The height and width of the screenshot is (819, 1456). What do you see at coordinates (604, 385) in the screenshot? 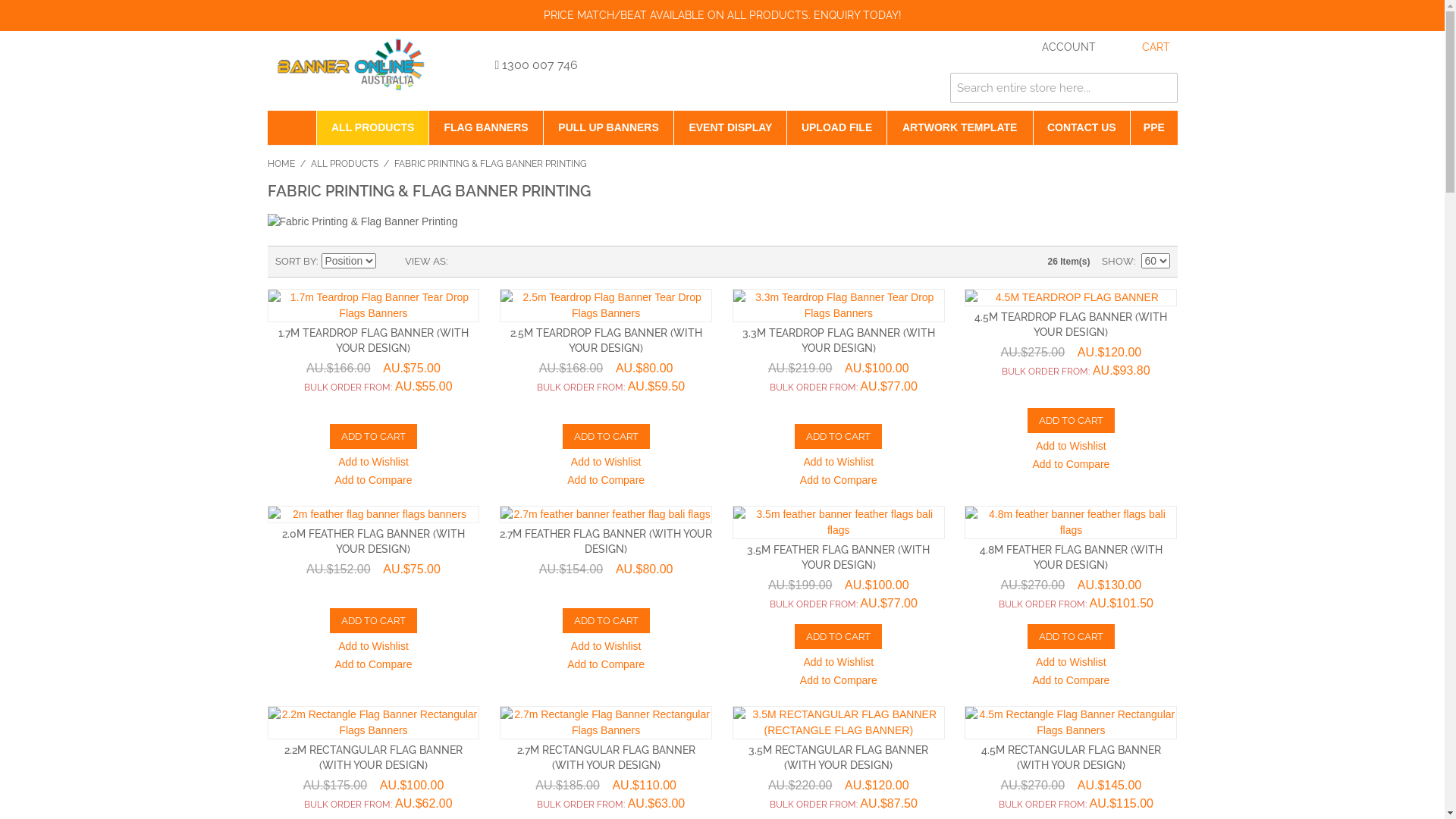
I see `'BULK ORDER FROM: AU.$59.50'` at bounding box center [604, 385].